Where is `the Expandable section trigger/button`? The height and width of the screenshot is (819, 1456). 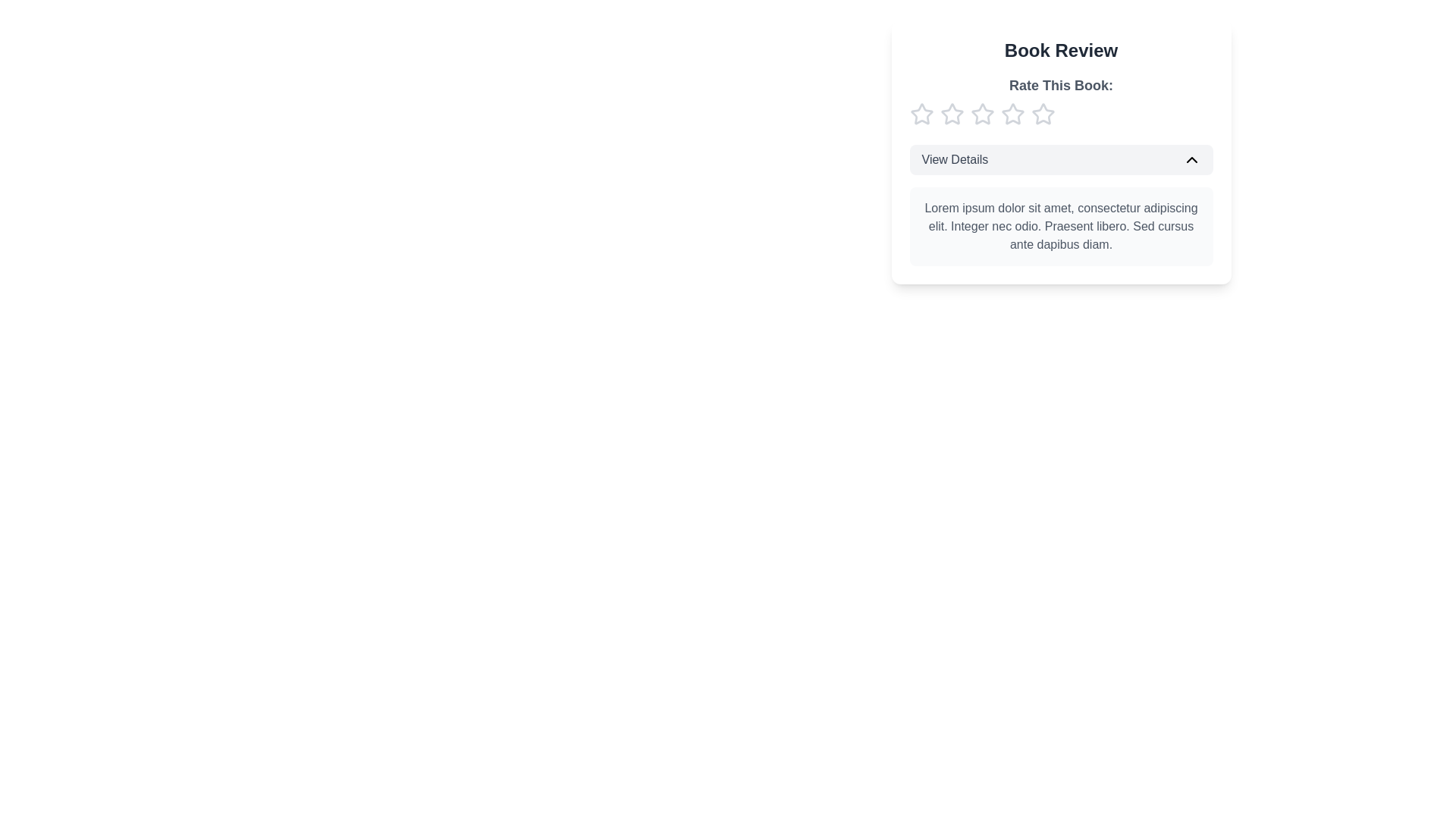
the Expandable section trigger/button is located at coordinates (1060, 160).